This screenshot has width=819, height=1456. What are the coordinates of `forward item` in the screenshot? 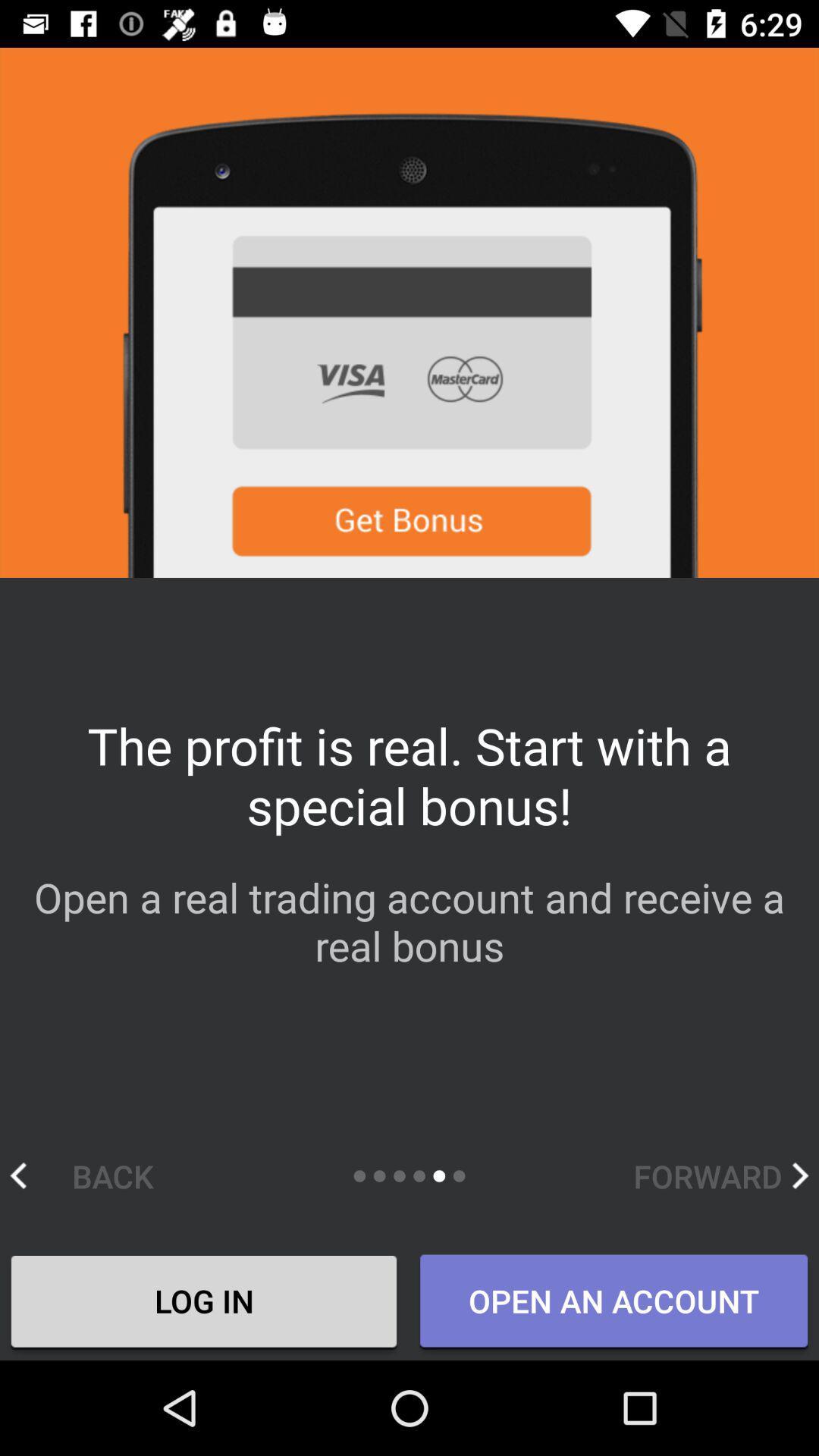 It's located at (720, 1175).